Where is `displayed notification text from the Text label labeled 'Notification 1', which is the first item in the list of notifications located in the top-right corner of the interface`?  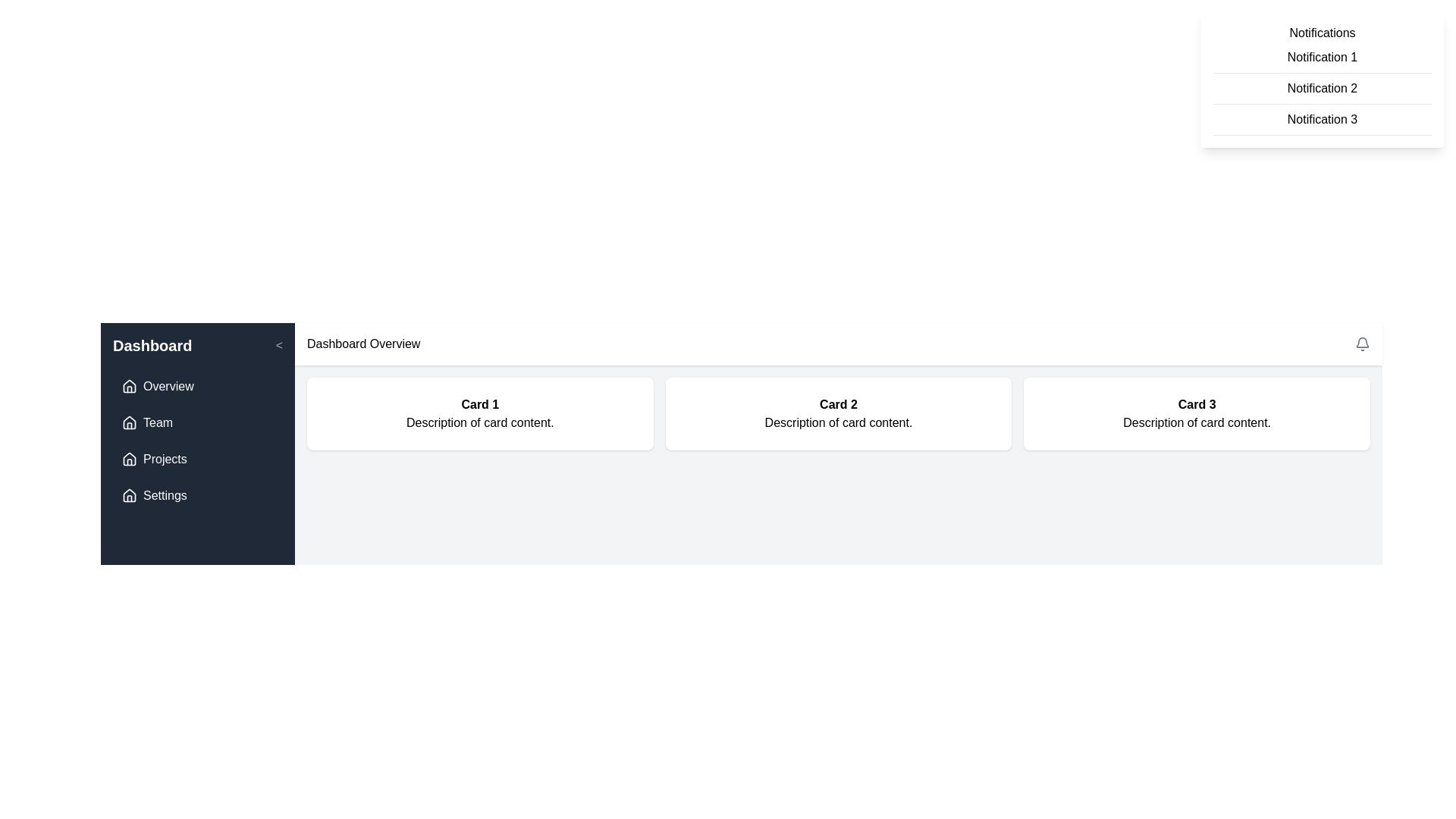 displayed notification text from the Text label labeled 'Notification 1', which is the first item in the list of notifications located in the top-right corner of the interface is located at coordinates (1321, 57).